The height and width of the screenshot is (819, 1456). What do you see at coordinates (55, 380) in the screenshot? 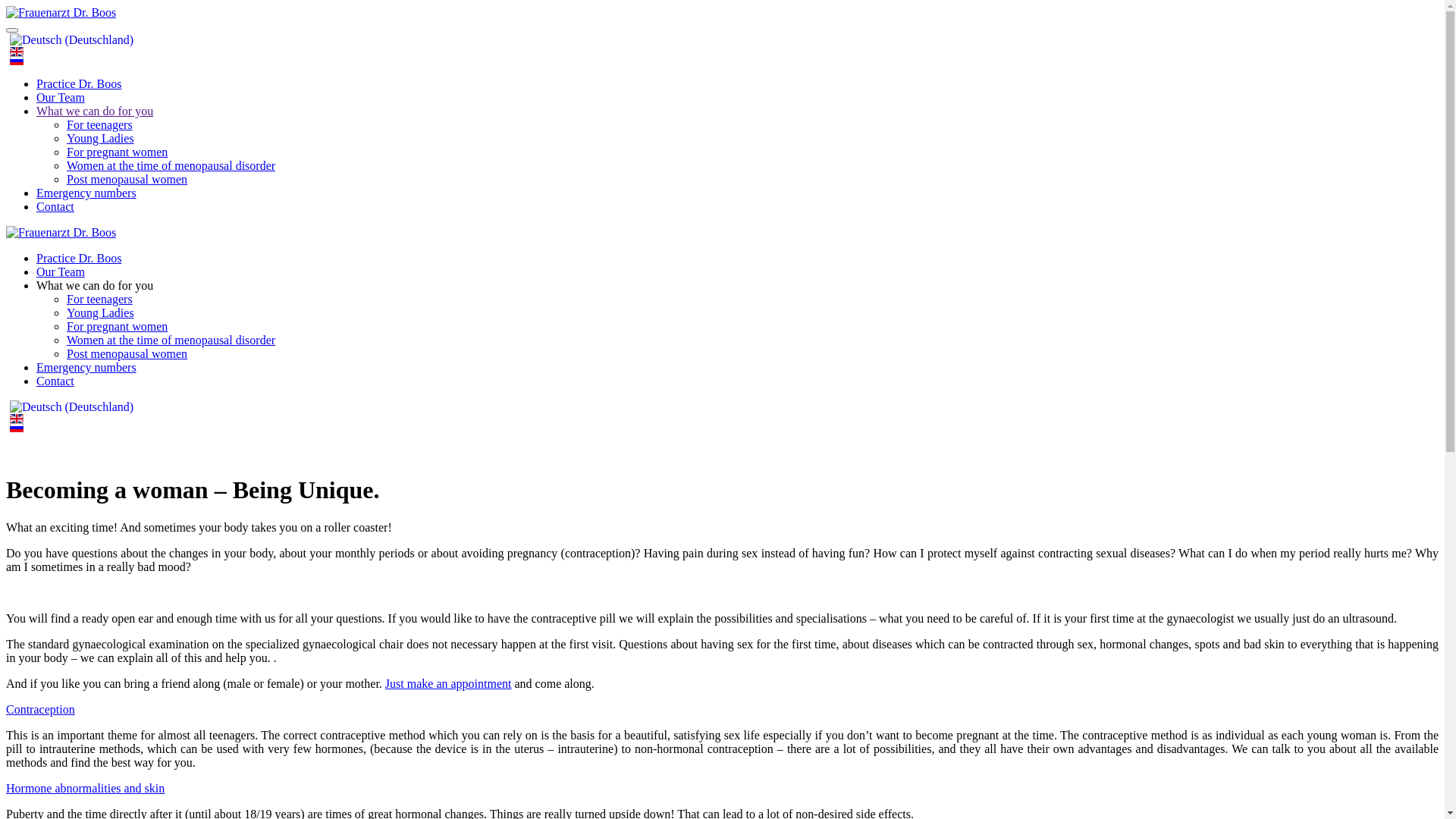
I see `'Contact'` at bounding box center [55, 380].